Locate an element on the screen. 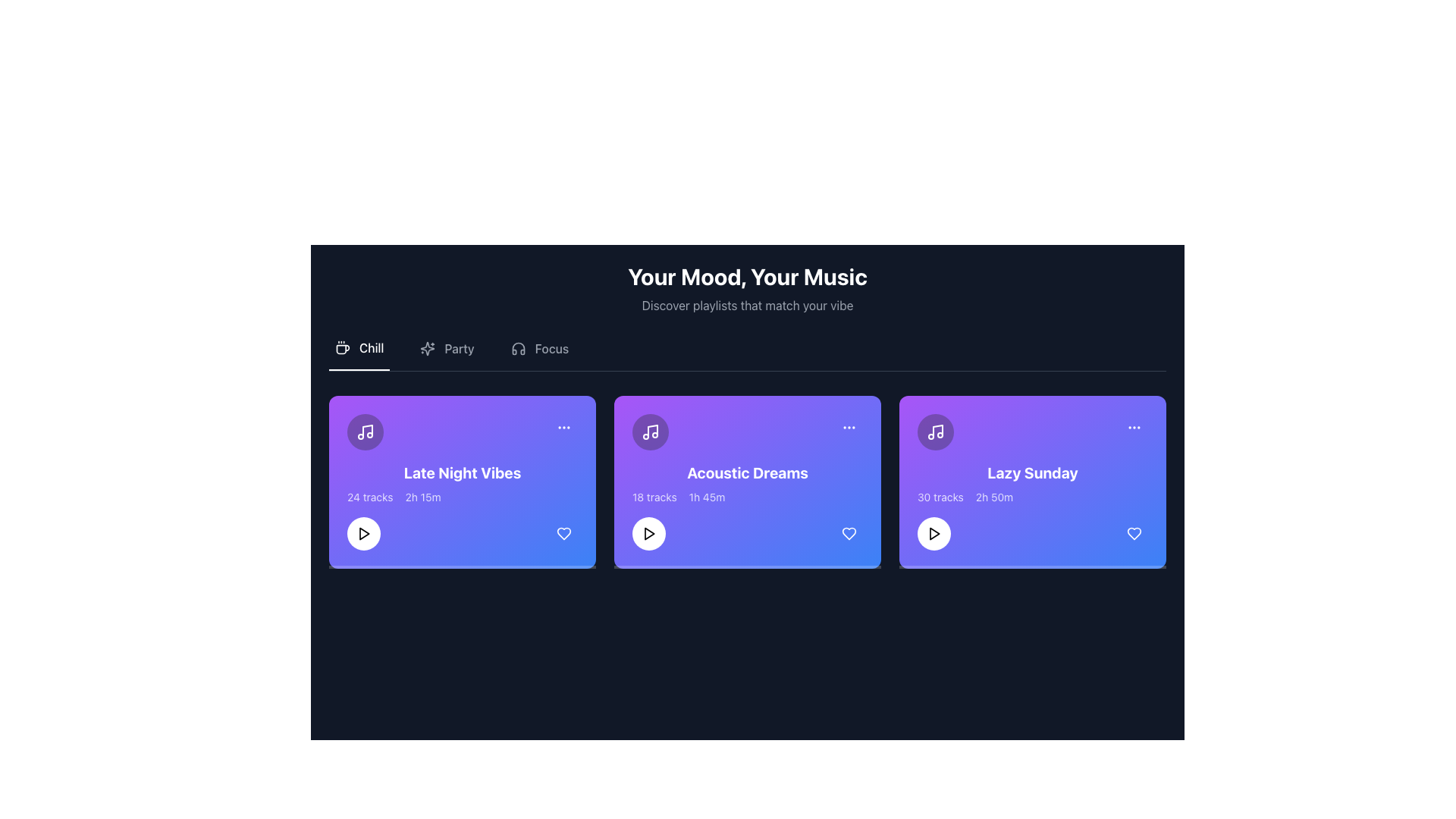  the play button located in the bottom-left section of the 'Late Night Vibes' card is located at coordinates (364, 533).